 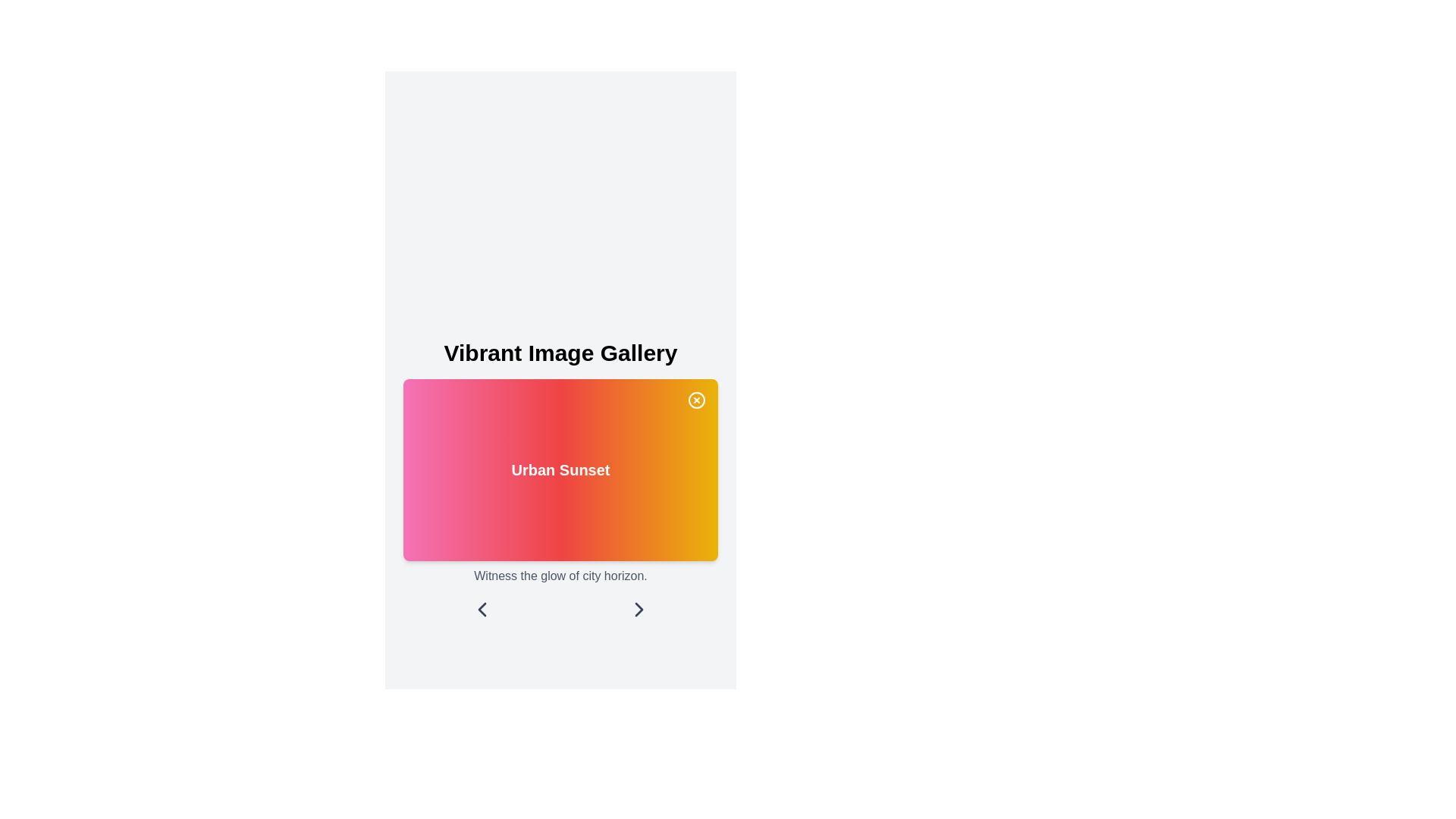 What do you see at coordinates (560, 480) in the screenshot?
I see `the static text element displaying 'Urban Sunset' with a white font, which is centrally positioned in the vibrant gradient background of the image gallery interface` at bounding box center [560, 480].